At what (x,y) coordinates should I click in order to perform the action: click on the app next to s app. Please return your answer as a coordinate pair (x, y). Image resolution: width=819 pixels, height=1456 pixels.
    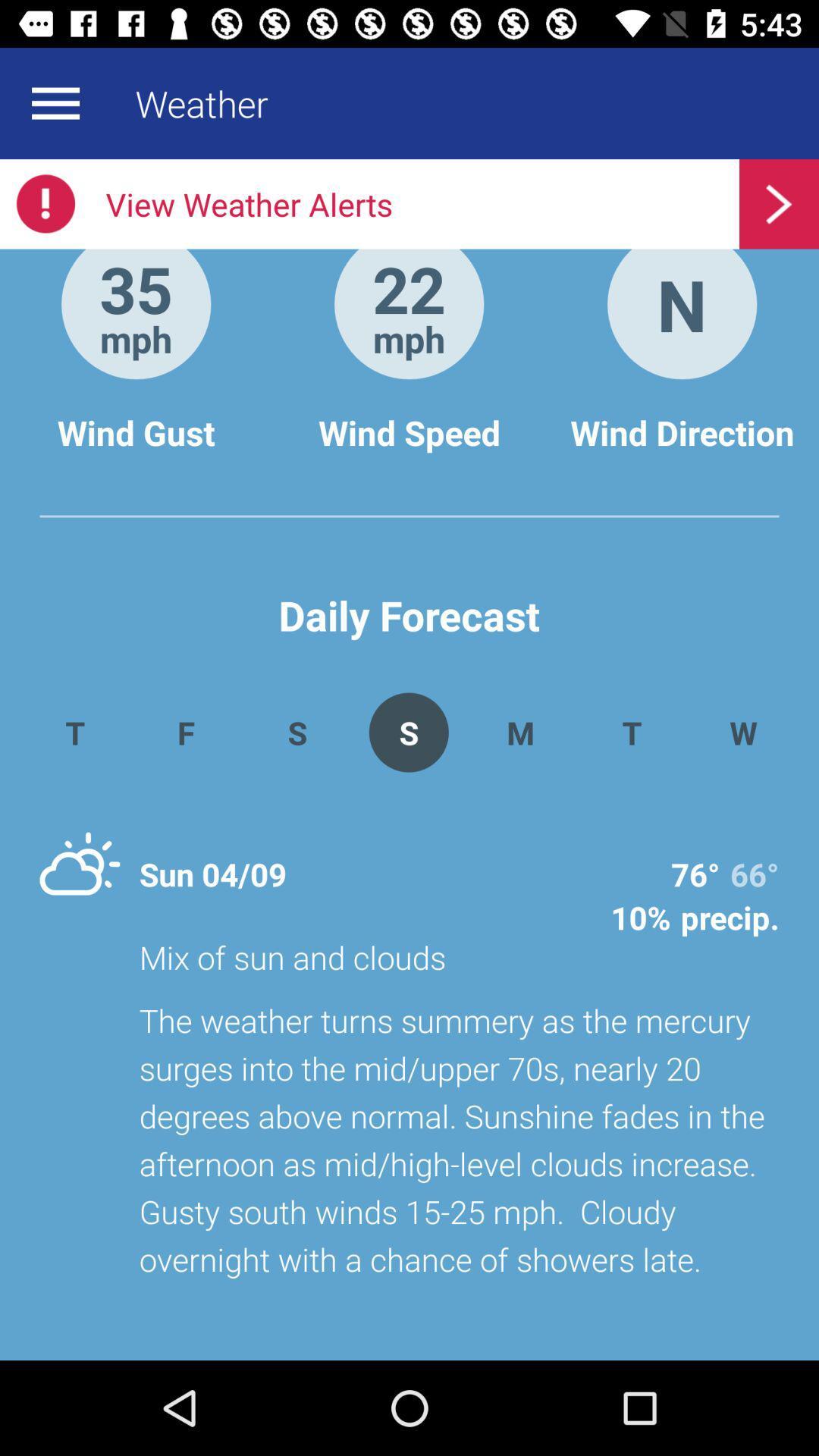
    Looking at the image, I should click on (185, 732).